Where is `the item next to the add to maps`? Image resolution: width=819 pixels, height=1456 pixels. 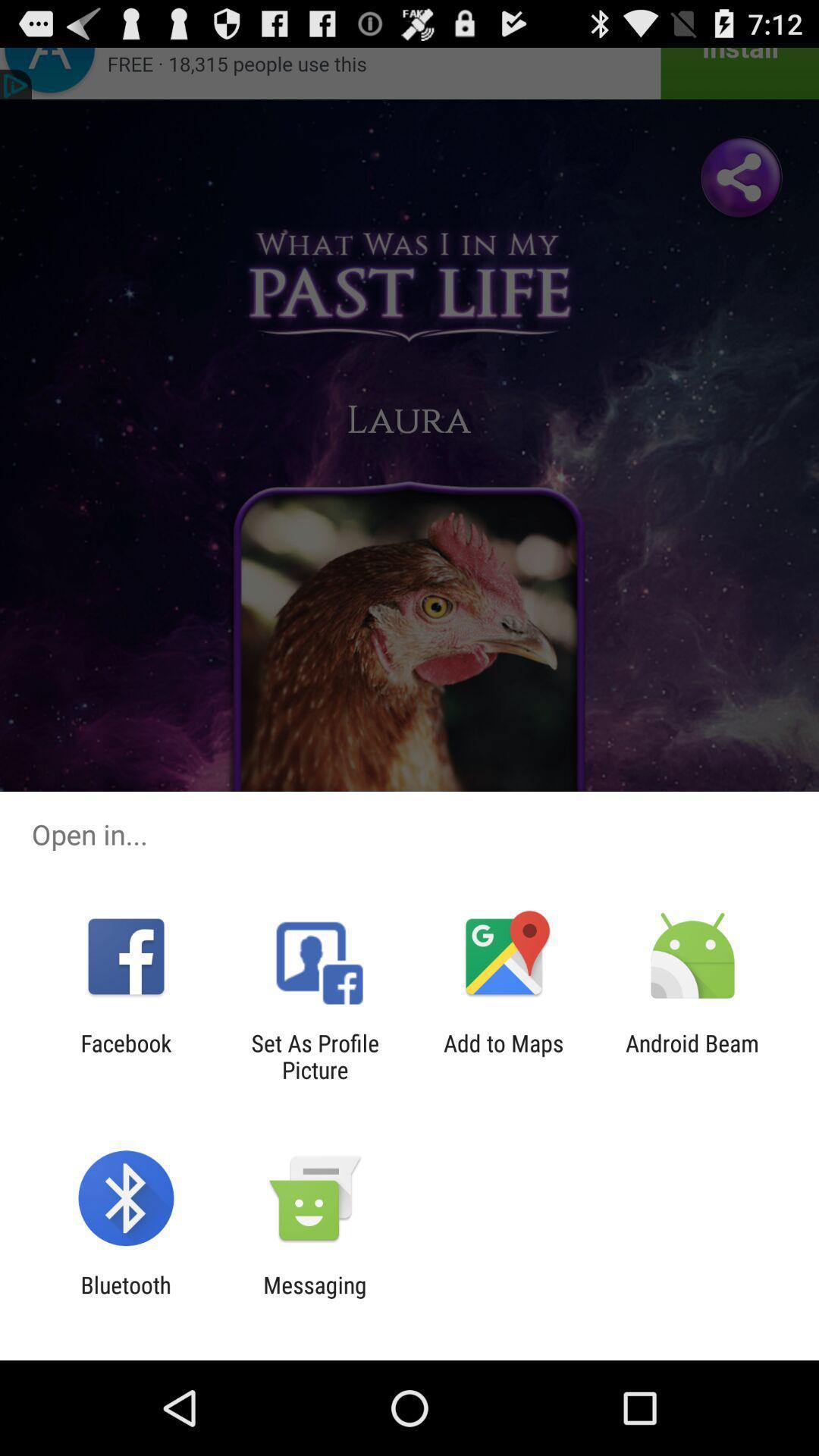
the item next to the add to maps is located at coordinates (692, 1056).